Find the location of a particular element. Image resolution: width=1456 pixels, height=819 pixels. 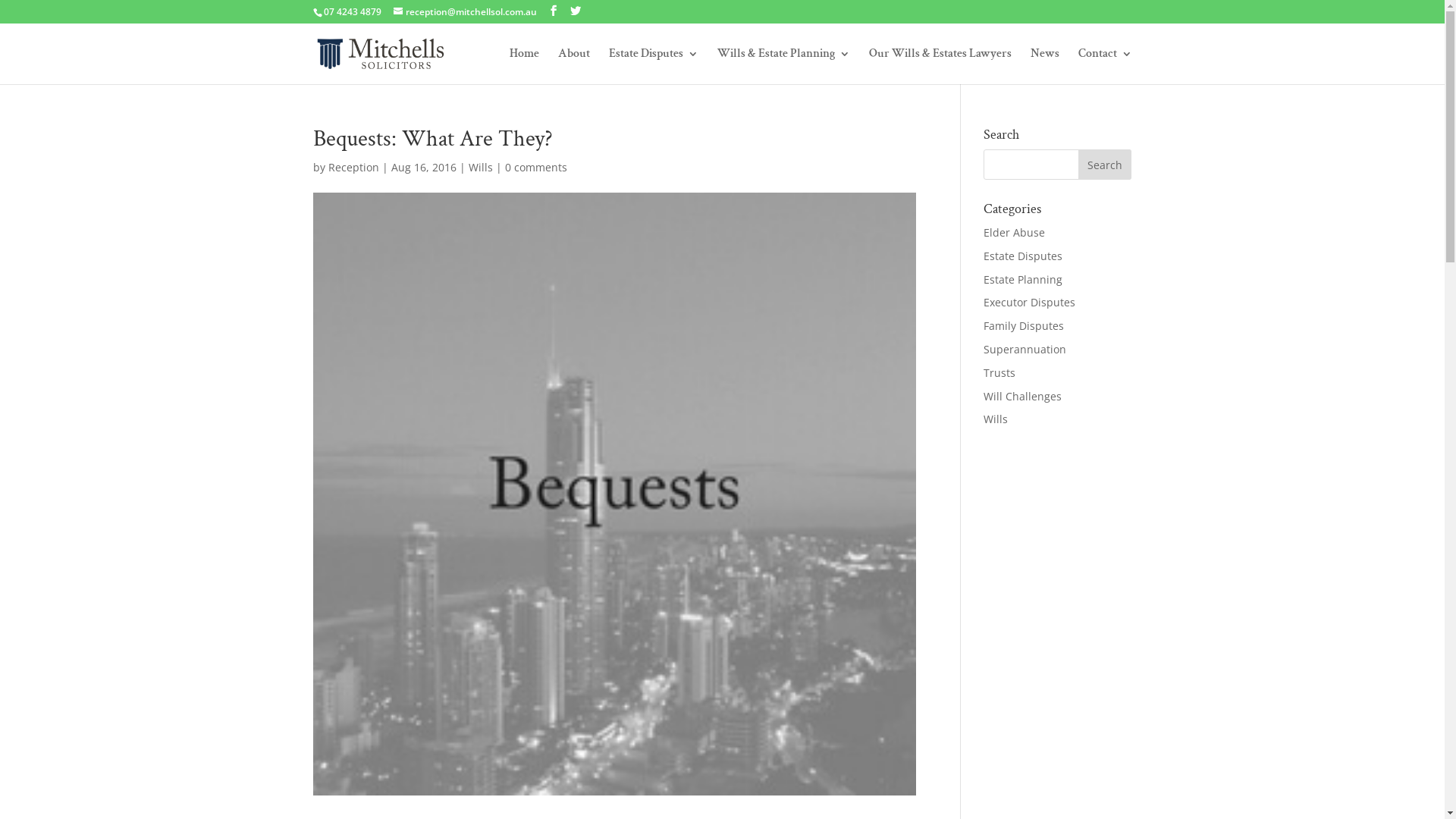

'Contact' is located at coordinates (1105, 65).